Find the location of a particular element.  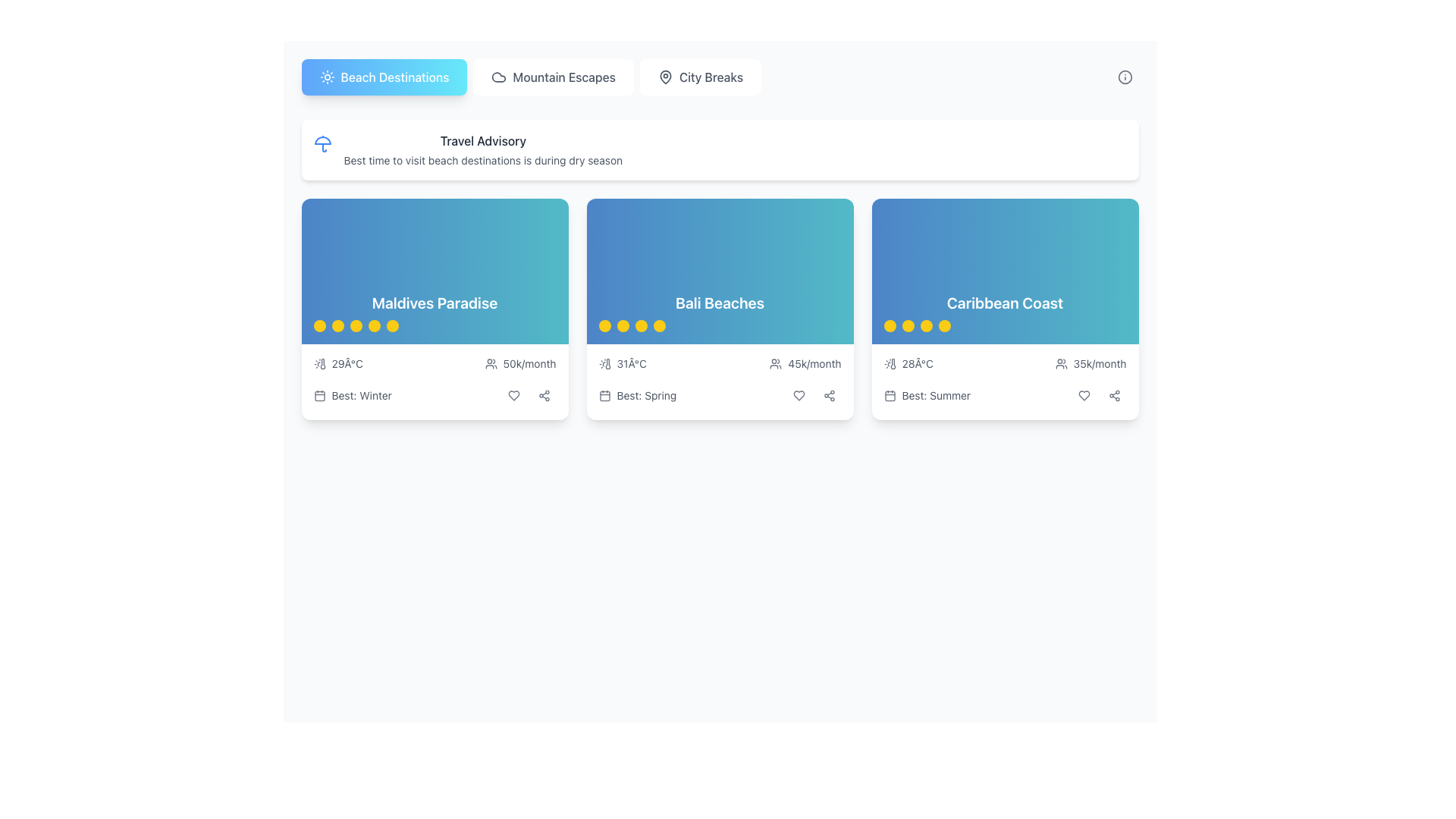

the cost indication text label adjacent to the icon in the middle card of the horizontal list, under the title 'Bali Beaches', if interactive elements are detected nearby is located at coordinates (804, 363).